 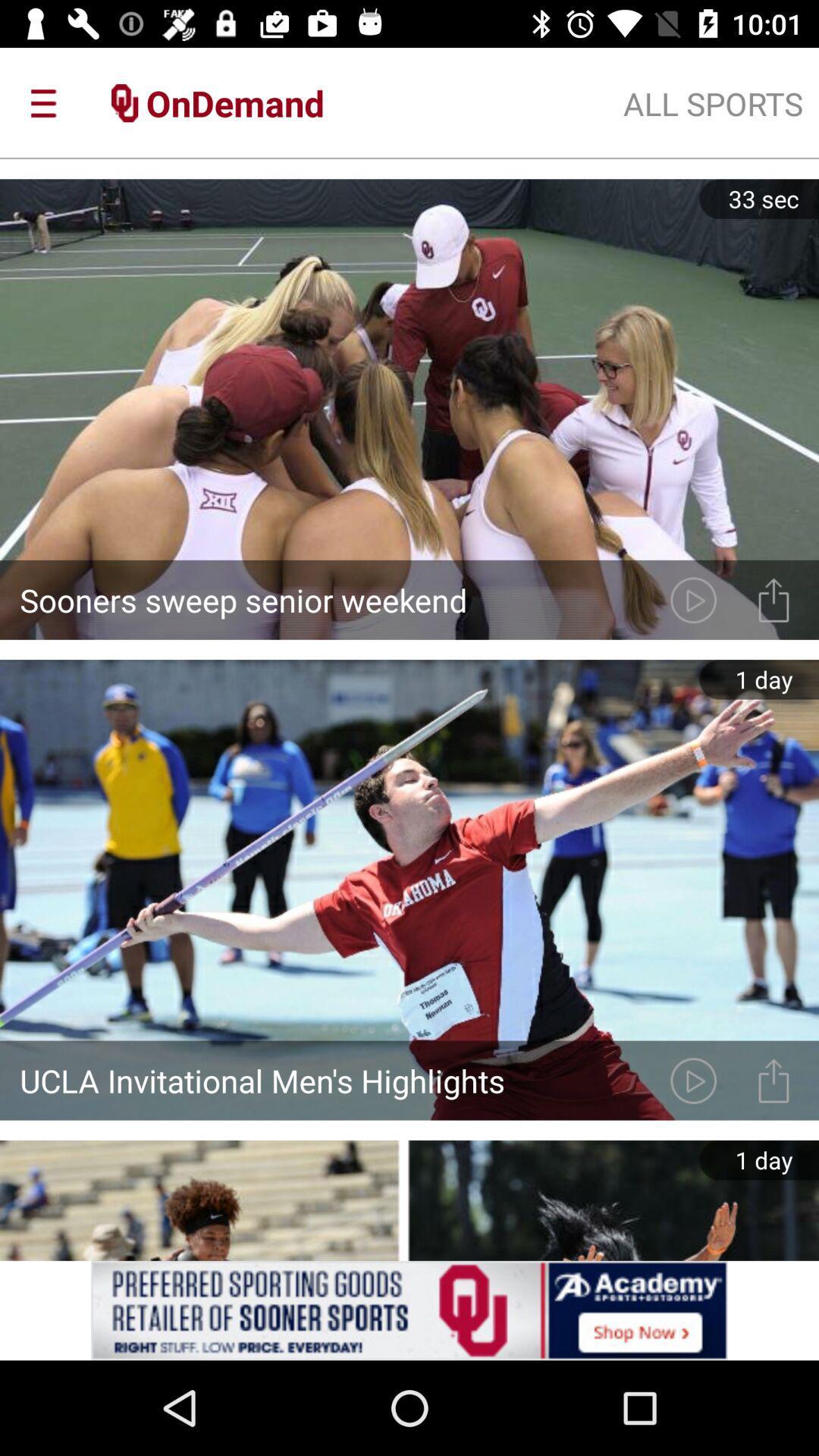 What do you see at coordinates (693, 1080) in the screenshot?
I see `play` at bounding box center [693, 1080].